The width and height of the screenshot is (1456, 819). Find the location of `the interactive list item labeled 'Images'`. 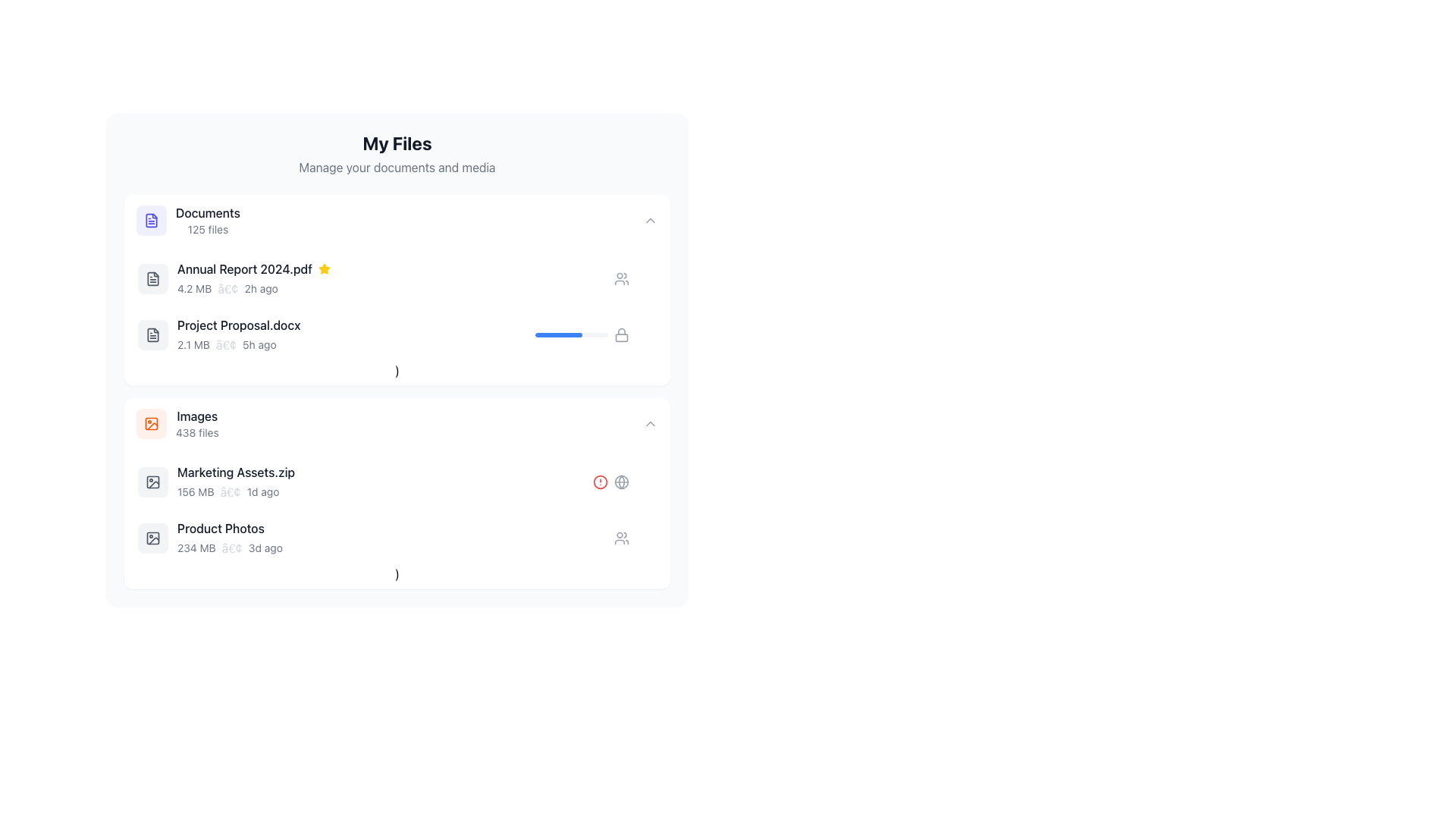

the interactive list item labeled 'Images' is located at coordinates (397, 424).